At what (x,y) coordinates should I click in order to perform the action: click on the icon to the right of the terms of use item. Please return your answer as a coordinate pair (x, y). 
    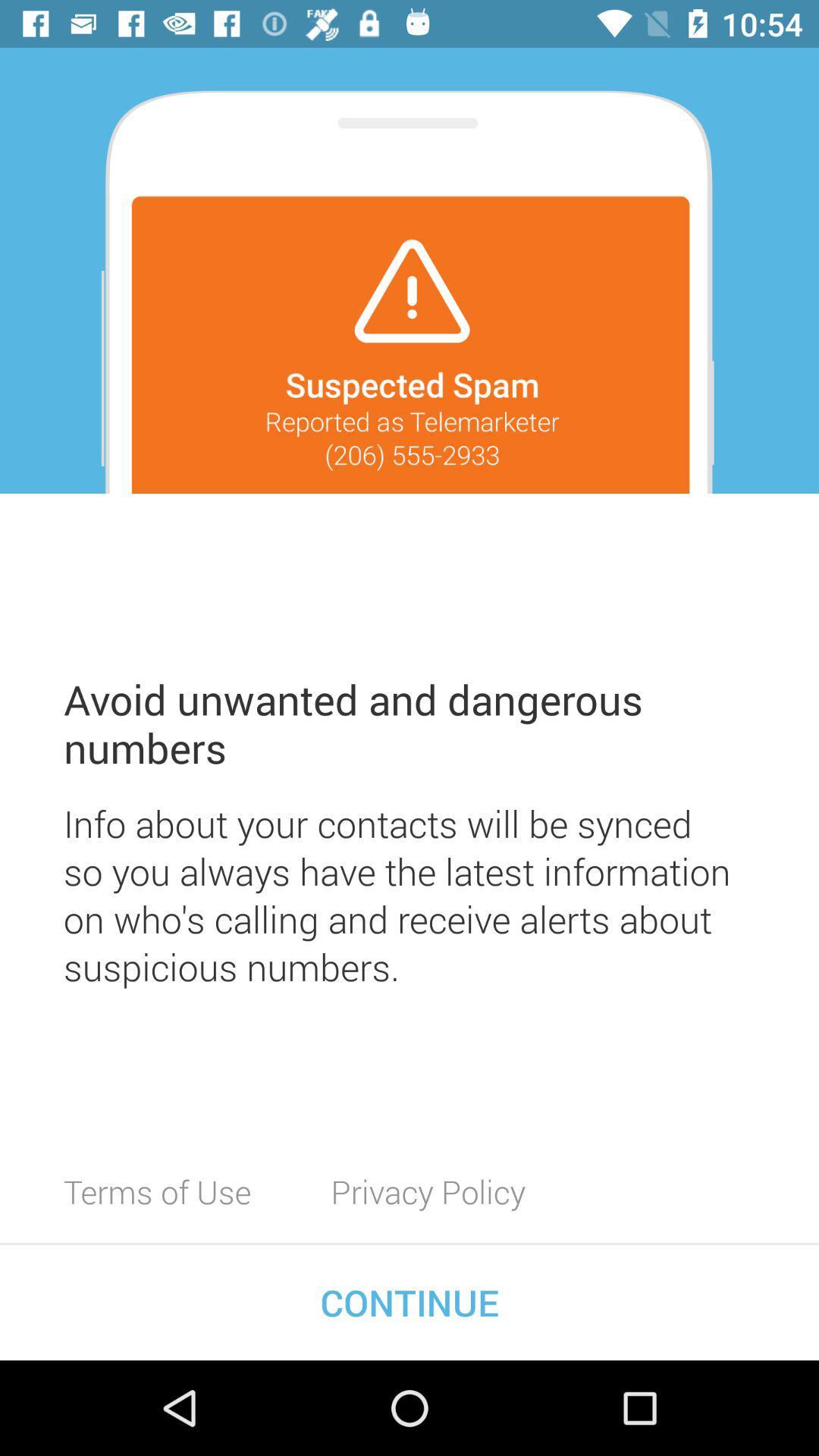
    Looking at the image, I should click on (428, 1191).